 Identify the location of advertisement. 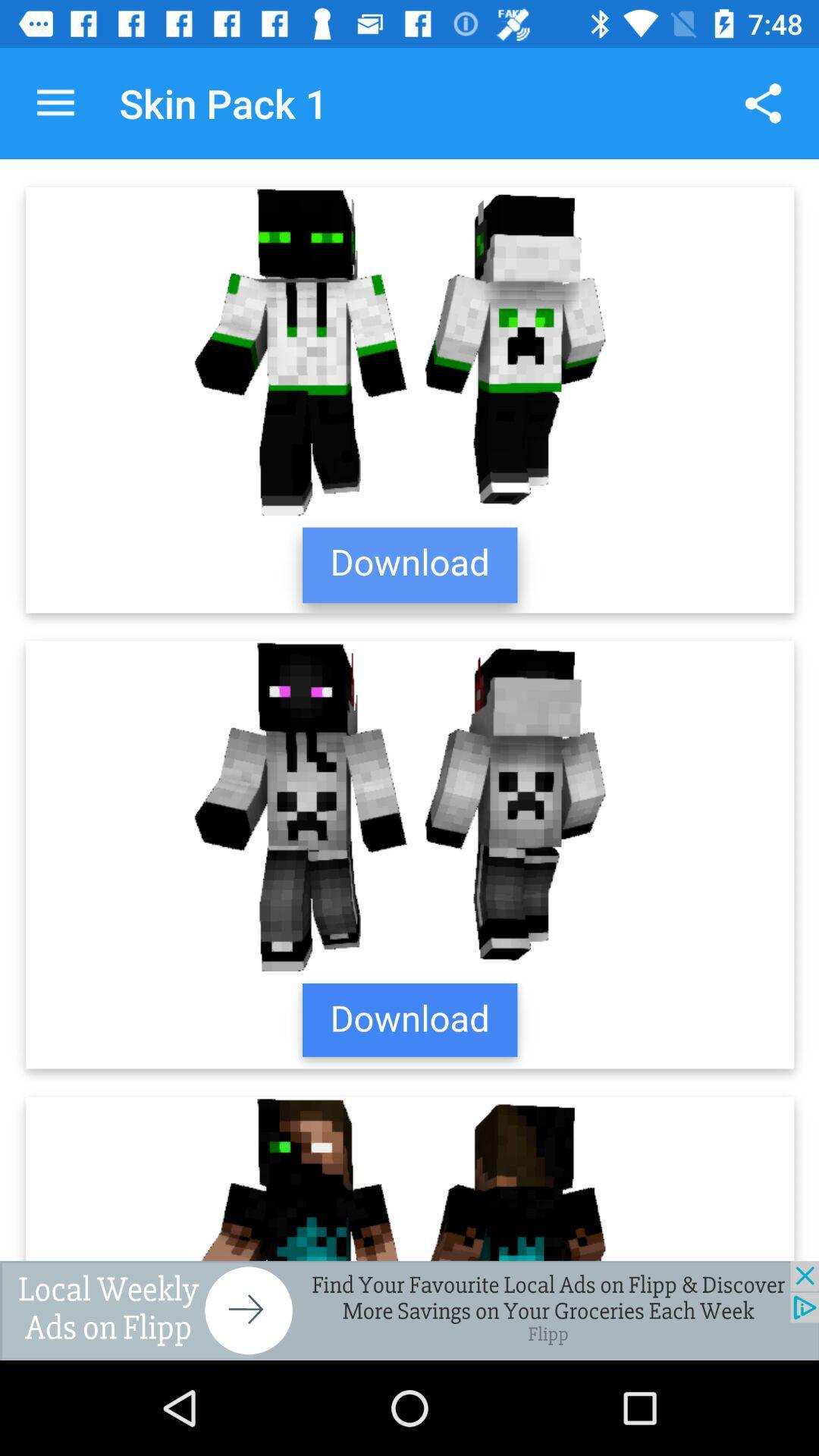
(409, 1310).